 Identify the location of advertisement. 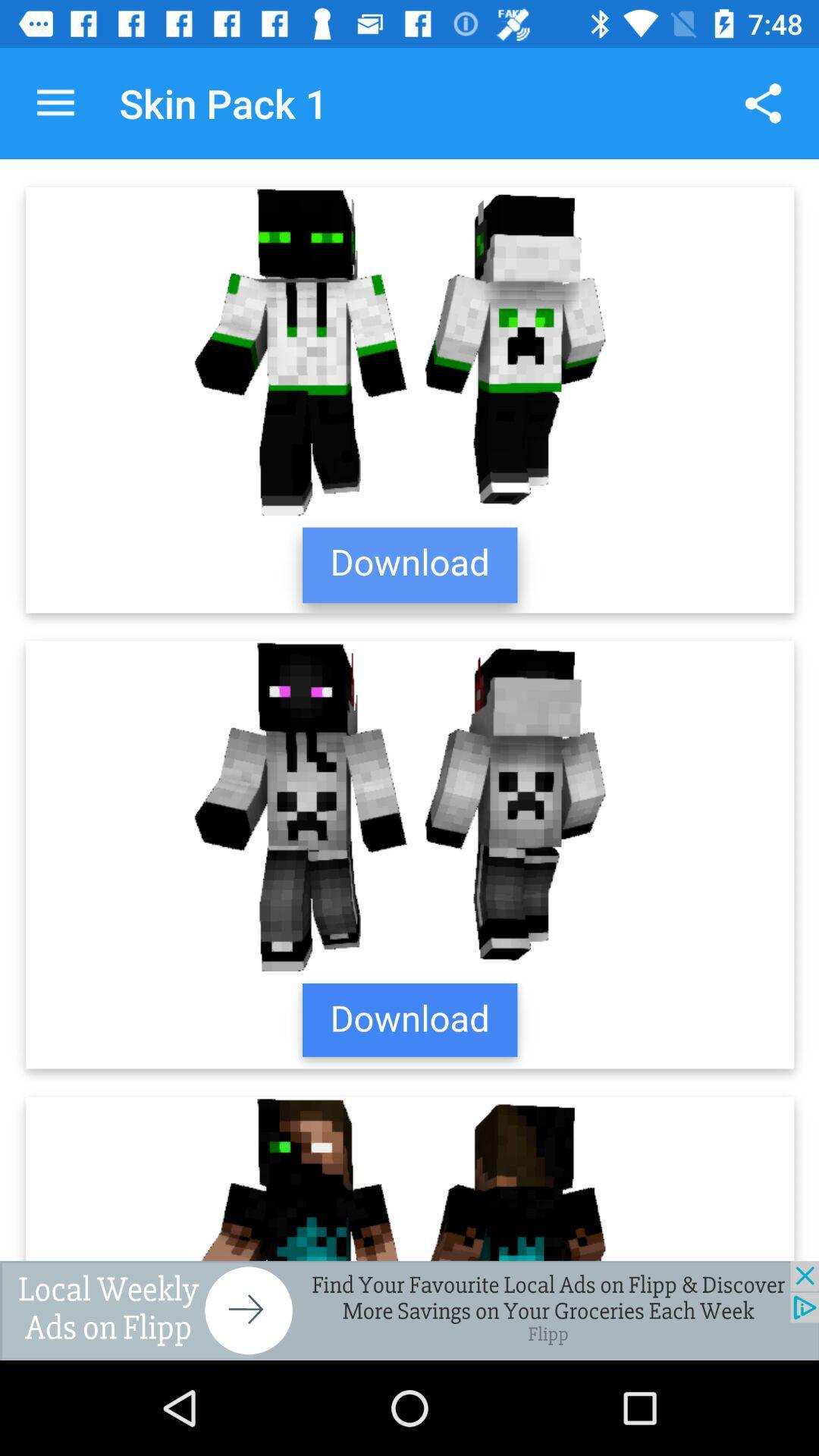
(409, 1310).